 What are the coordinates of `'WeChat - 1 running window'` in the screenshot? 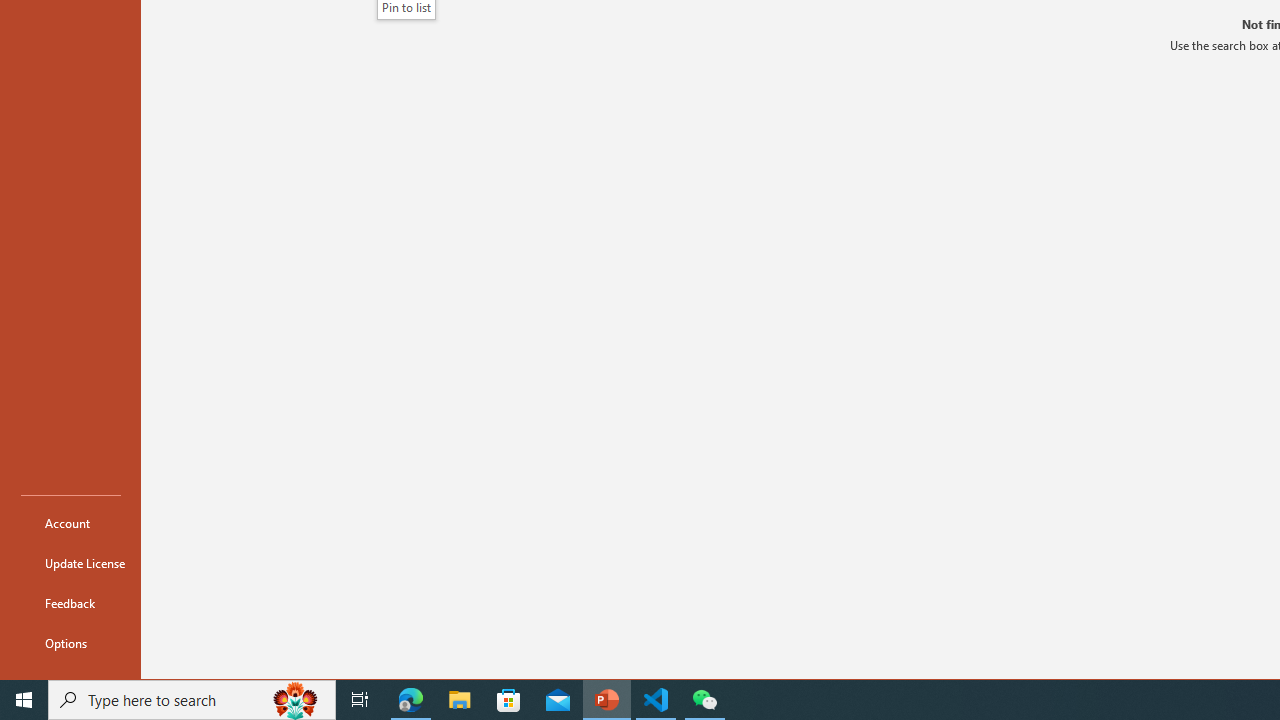 It's located at (705, 698).